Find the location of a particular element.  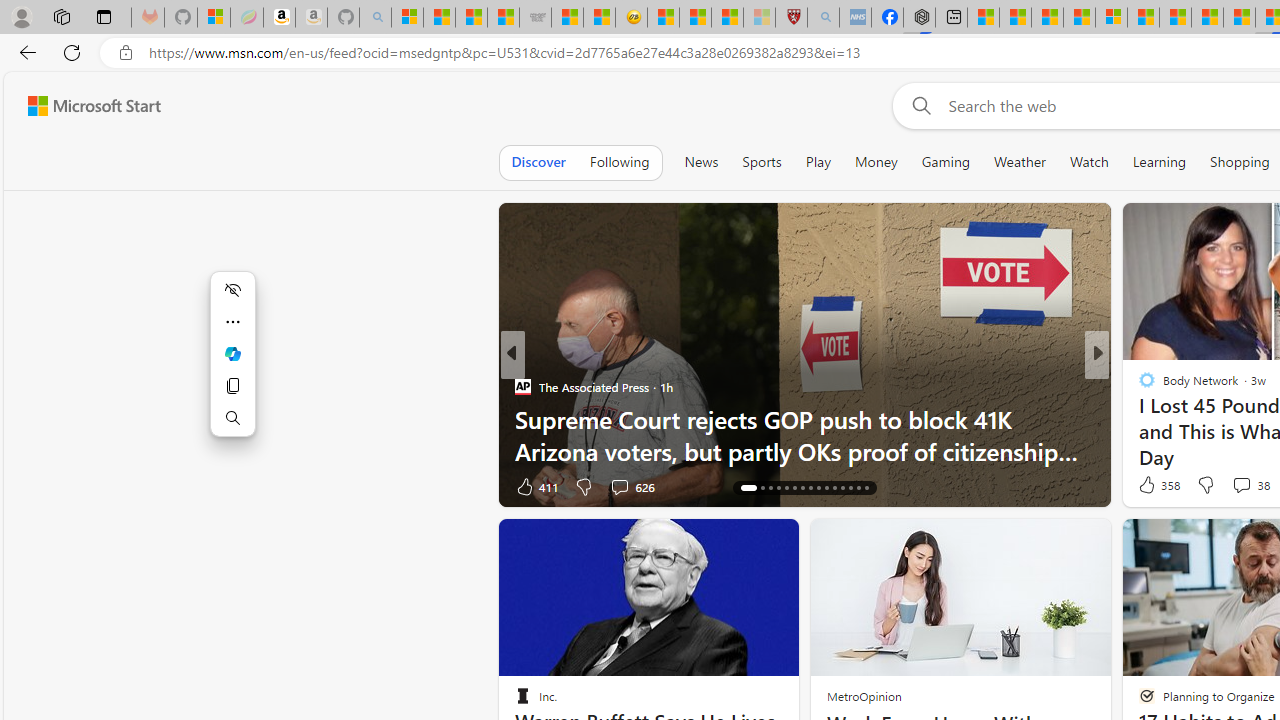

'View comments 626 Comment' is located at coordinates (631, 486).